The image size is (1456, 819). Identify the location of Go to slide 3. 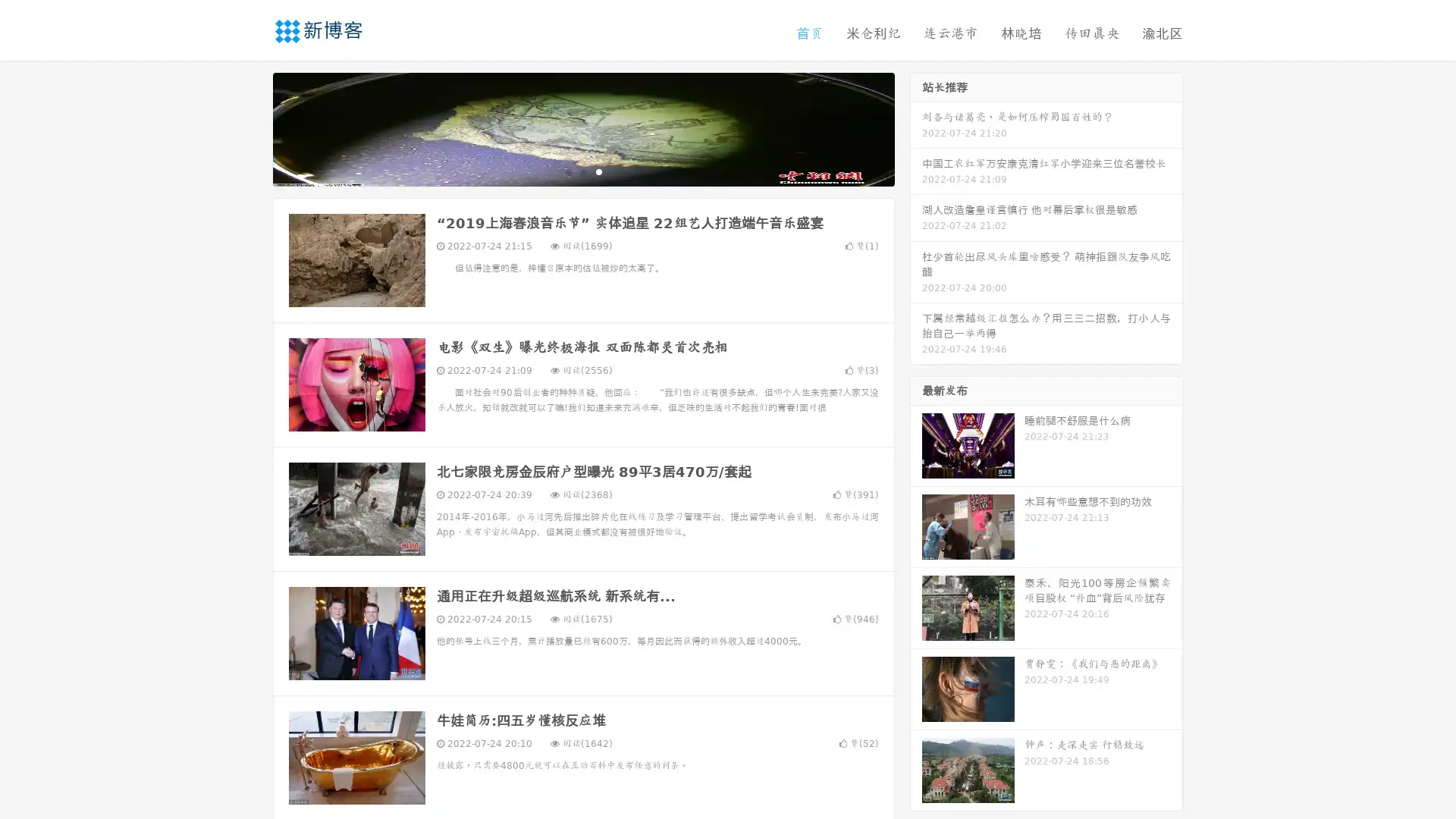
(598, 171).